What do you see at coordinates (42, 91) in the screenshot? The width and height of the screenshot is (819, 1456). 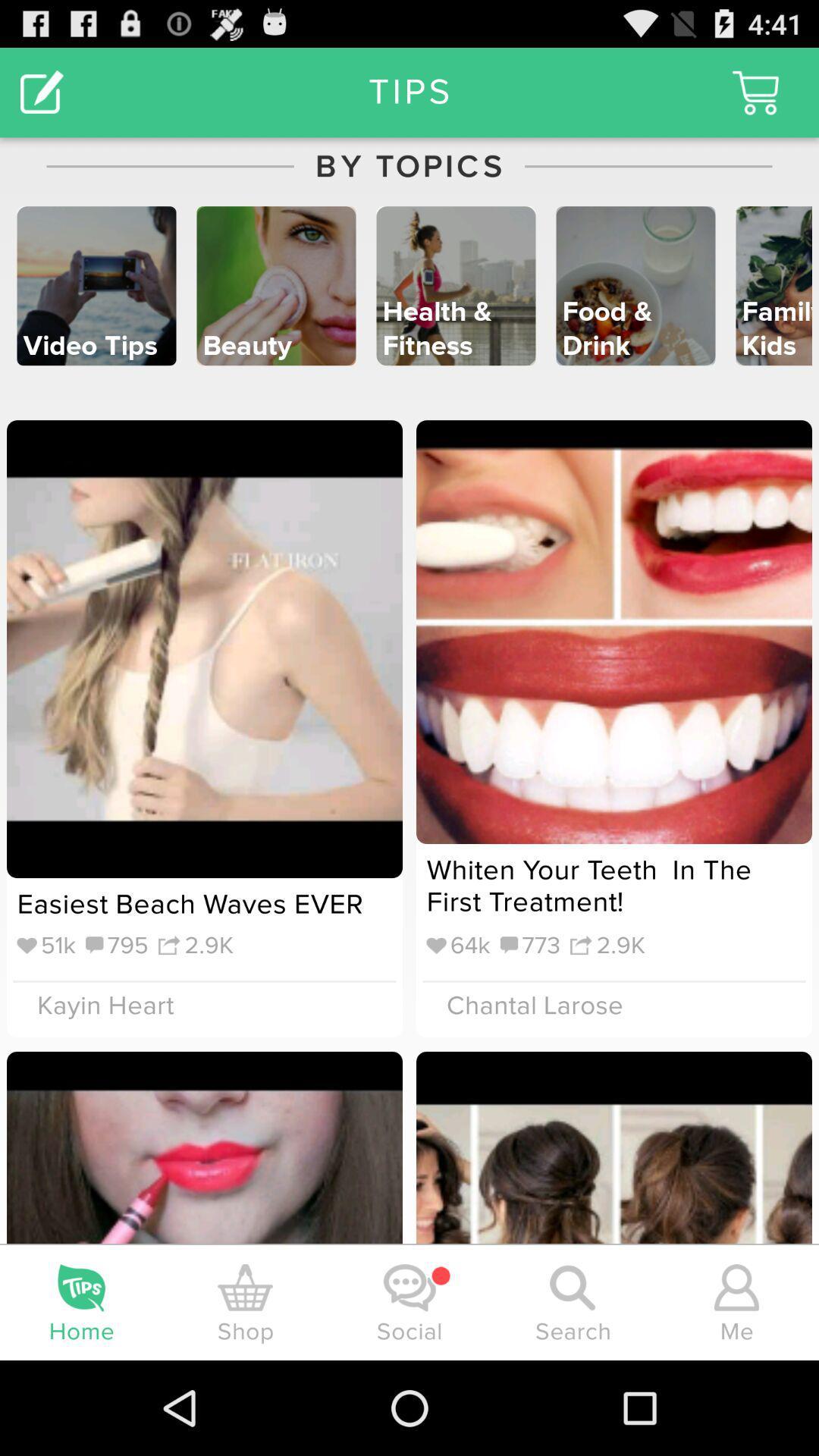 I see `the button at the top left corner of the page` at bounding box center [42, 91].